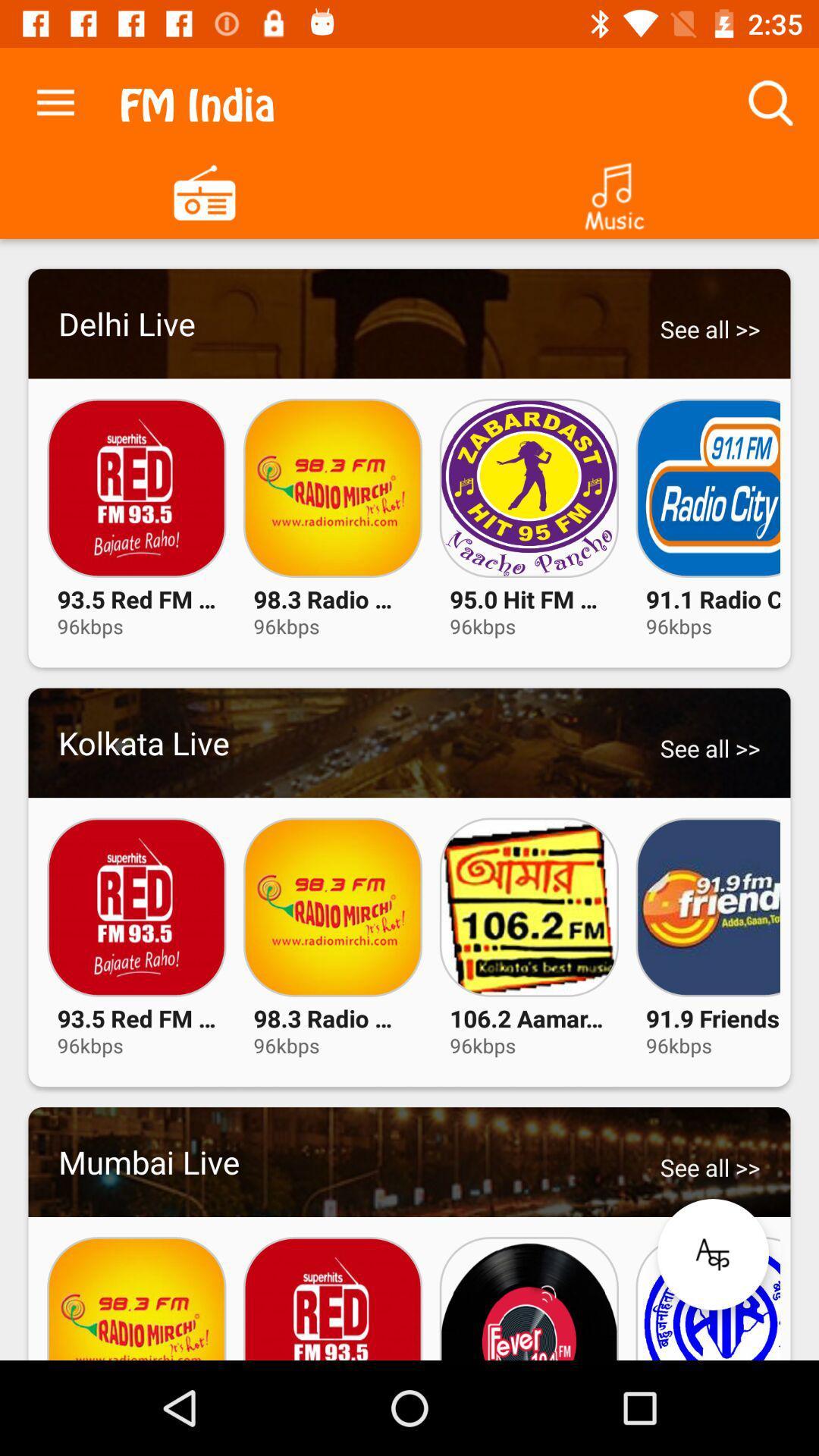  I want to click on icon to the left of fm india app, so click(55, 99).